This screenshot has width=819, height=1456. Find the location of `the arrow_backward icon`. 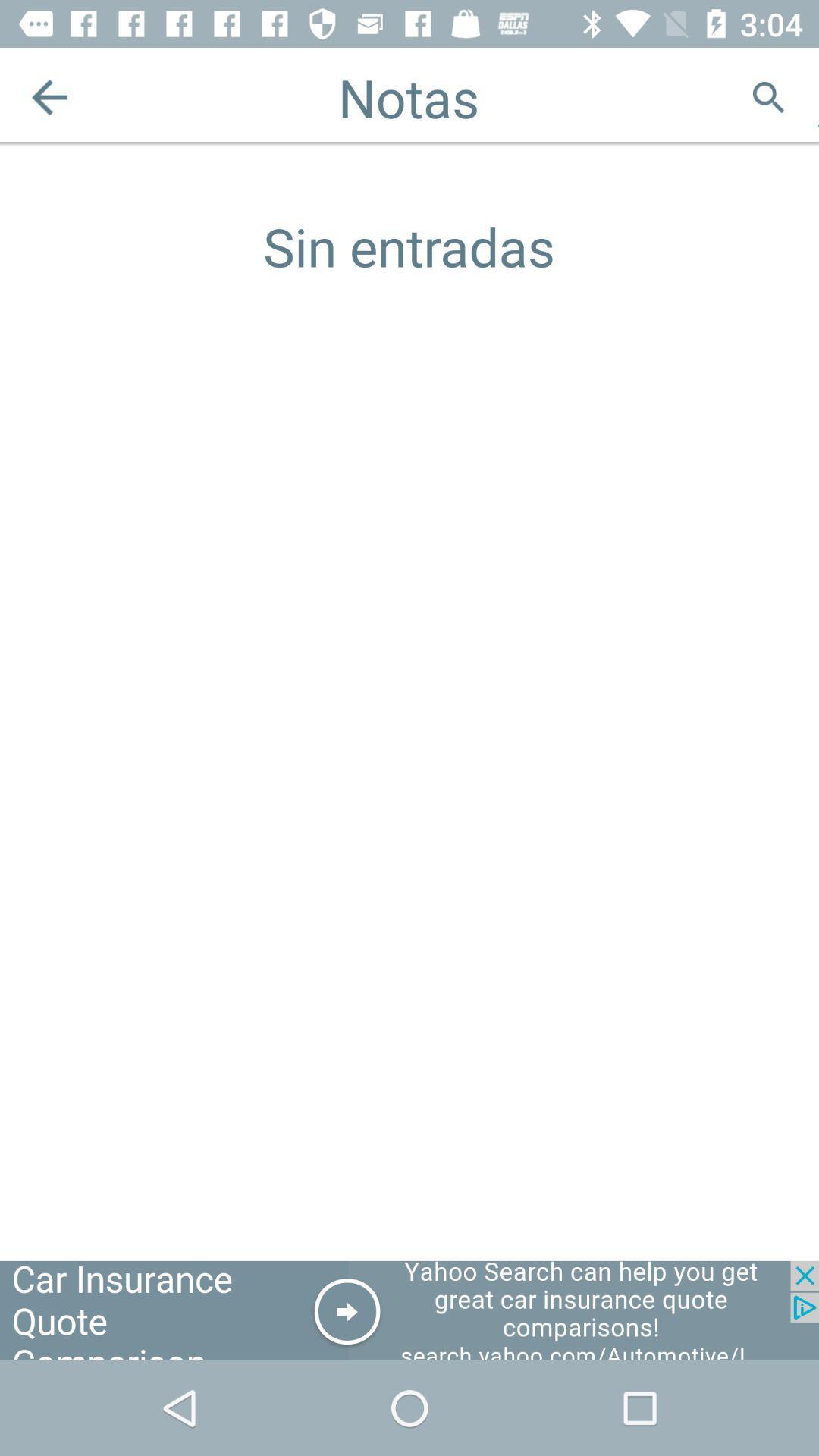

the arrow_backward icon is located at coordinates (49, 96).